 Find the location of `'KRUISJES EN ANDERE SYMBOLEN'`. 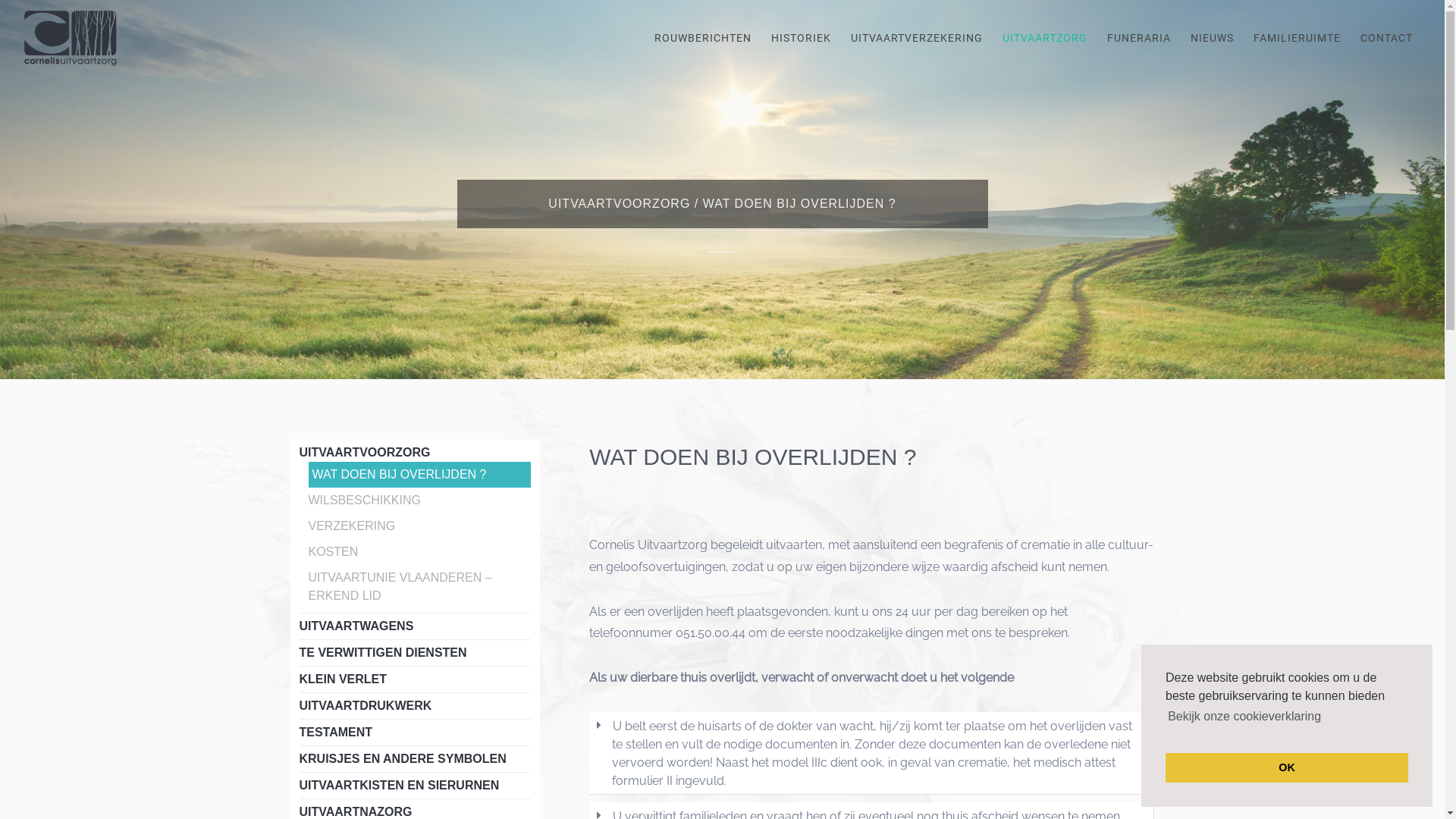

'KRUISJES EN ANDERE SYMBOLEN' is located at coordinates (402, 758).